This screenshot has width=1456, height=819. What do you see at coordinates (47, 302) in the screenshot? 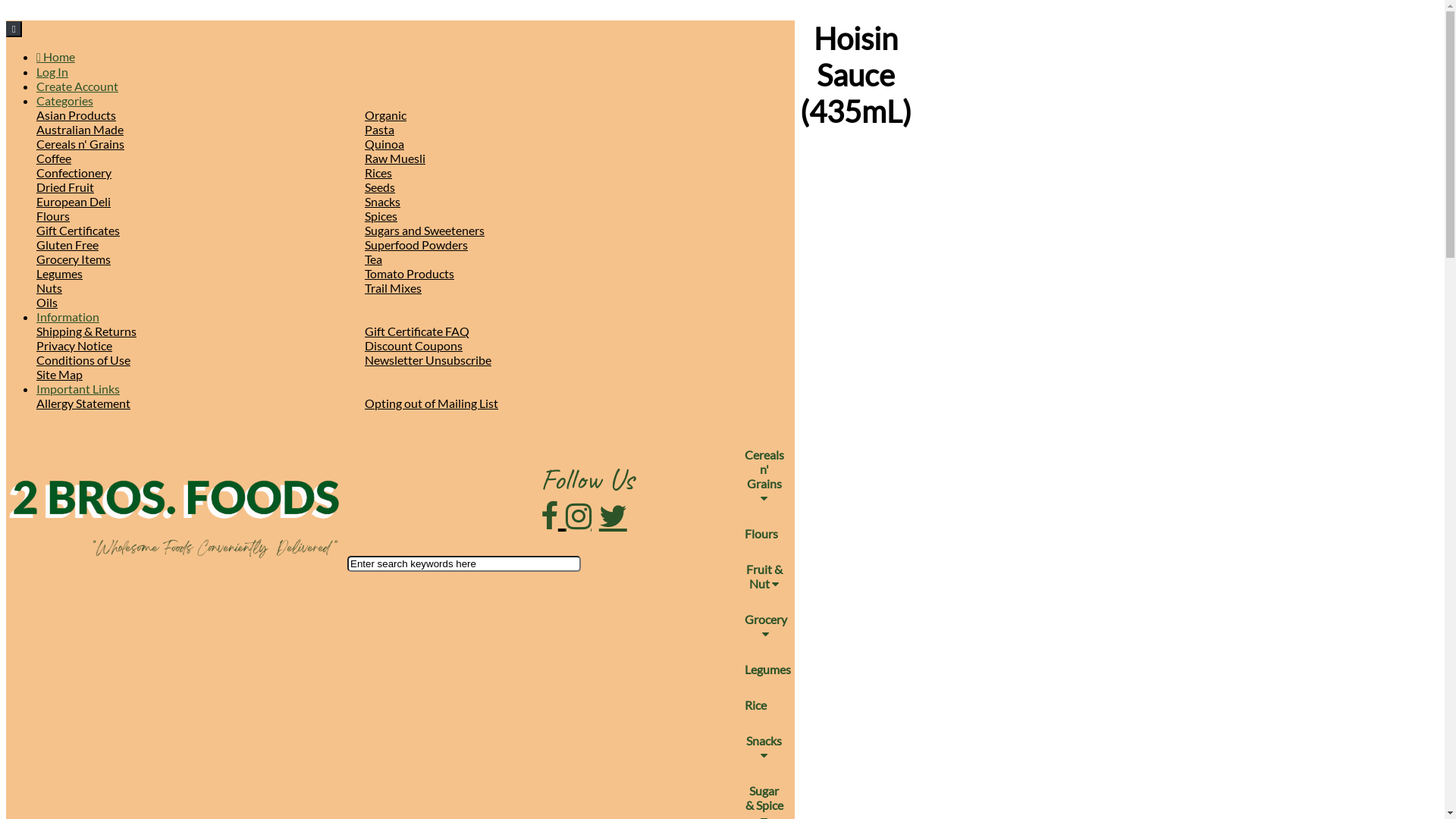
I see `'Oils'` at bounding box center [47, 302].